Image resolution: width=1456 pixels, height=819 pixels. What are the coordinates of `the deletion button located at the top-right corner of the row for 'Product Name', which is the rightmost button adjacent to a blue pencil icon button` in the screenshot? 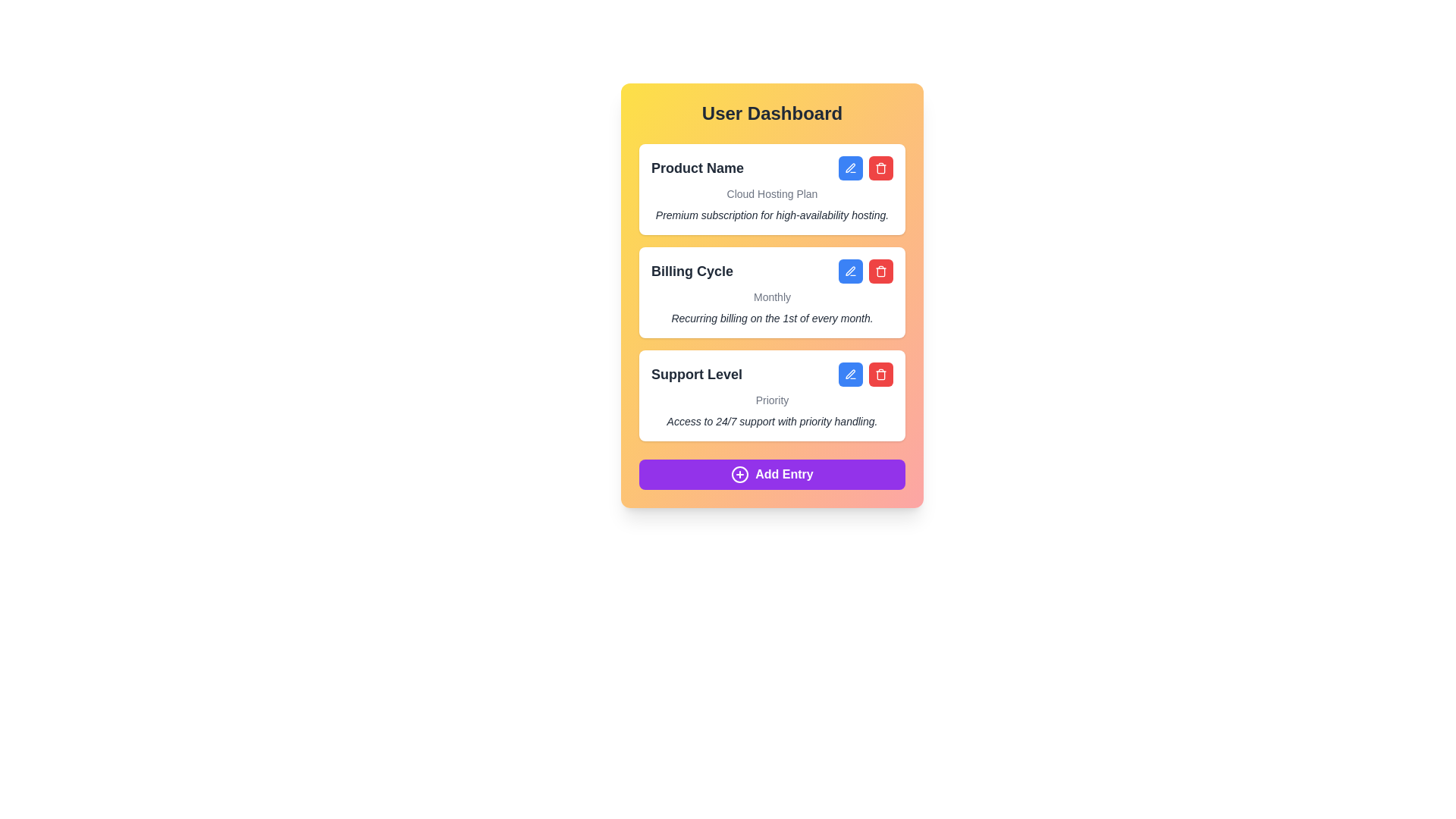 It's located at (880, 168).